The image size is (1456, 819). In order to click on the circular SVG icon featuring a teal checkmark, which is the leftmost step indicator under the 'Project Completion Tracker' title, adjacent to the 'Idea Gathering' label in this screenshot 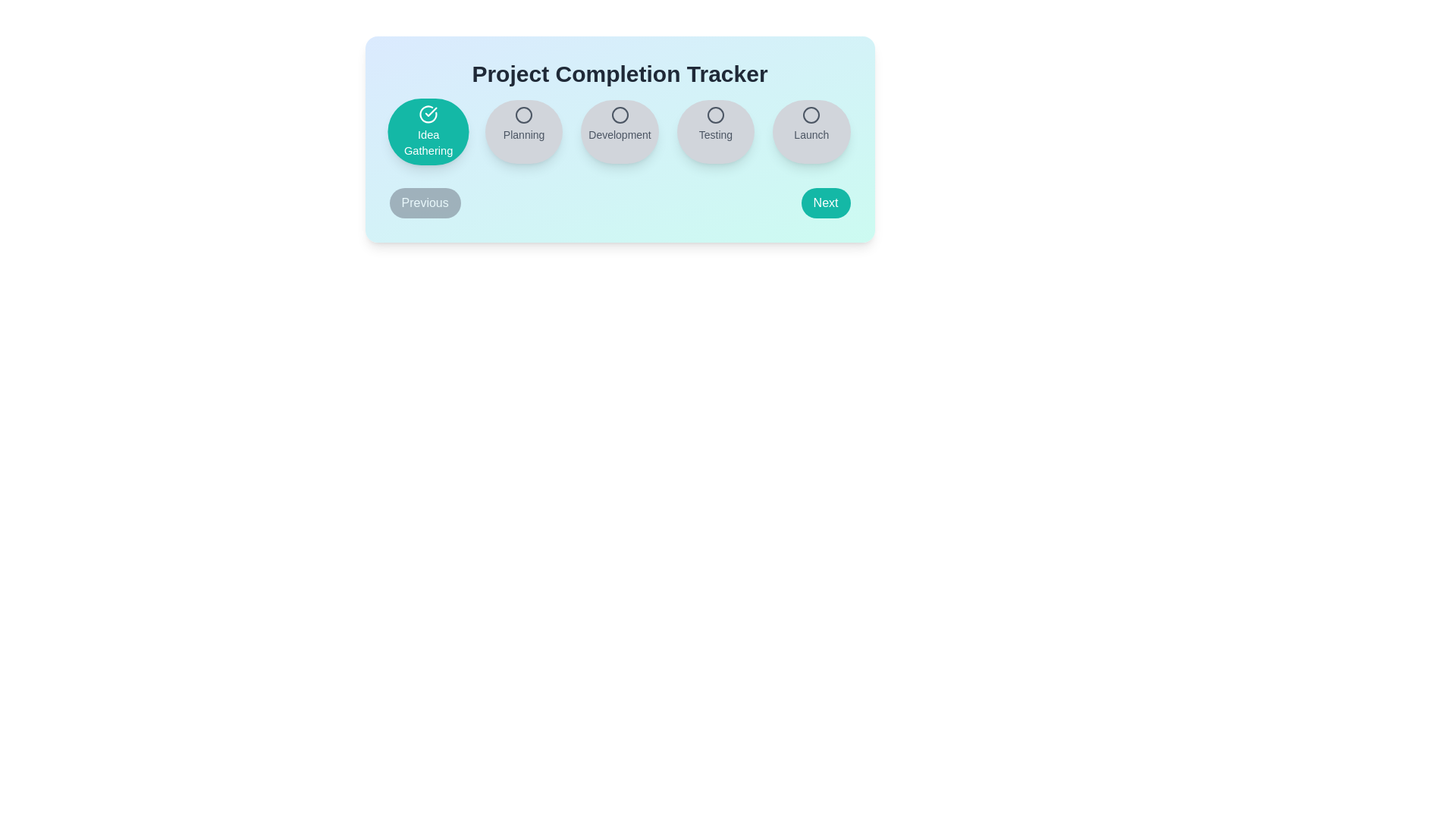, I will do `click(427, 113)`.